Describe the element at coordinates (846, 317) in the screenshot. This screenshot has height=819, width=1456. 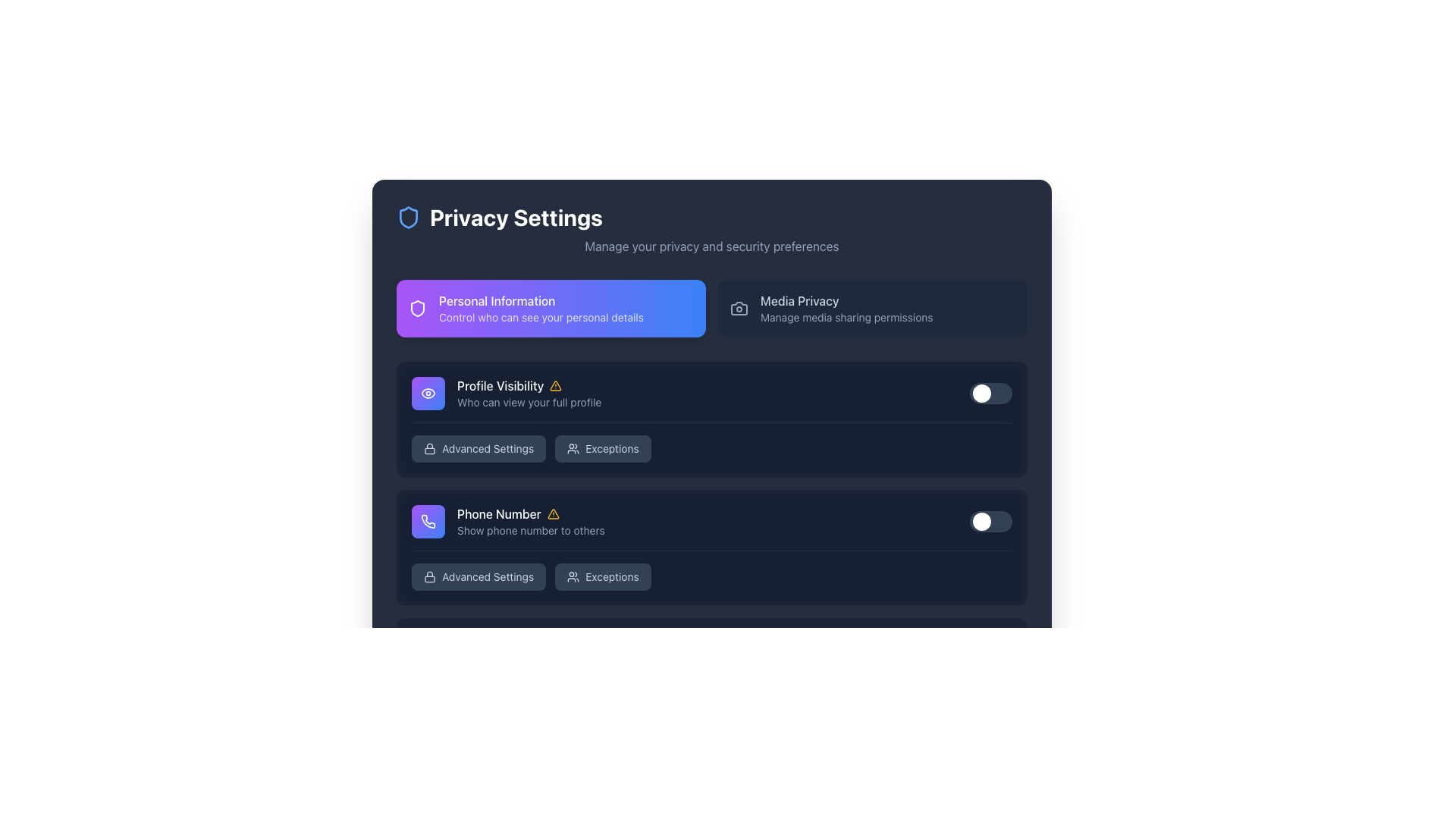
I see `the text label reading 'Manage media sharing permissions' which is styled in a small, light gray font and positioned below the 'Media Privacy' label in the privacy settings panel` at that location.